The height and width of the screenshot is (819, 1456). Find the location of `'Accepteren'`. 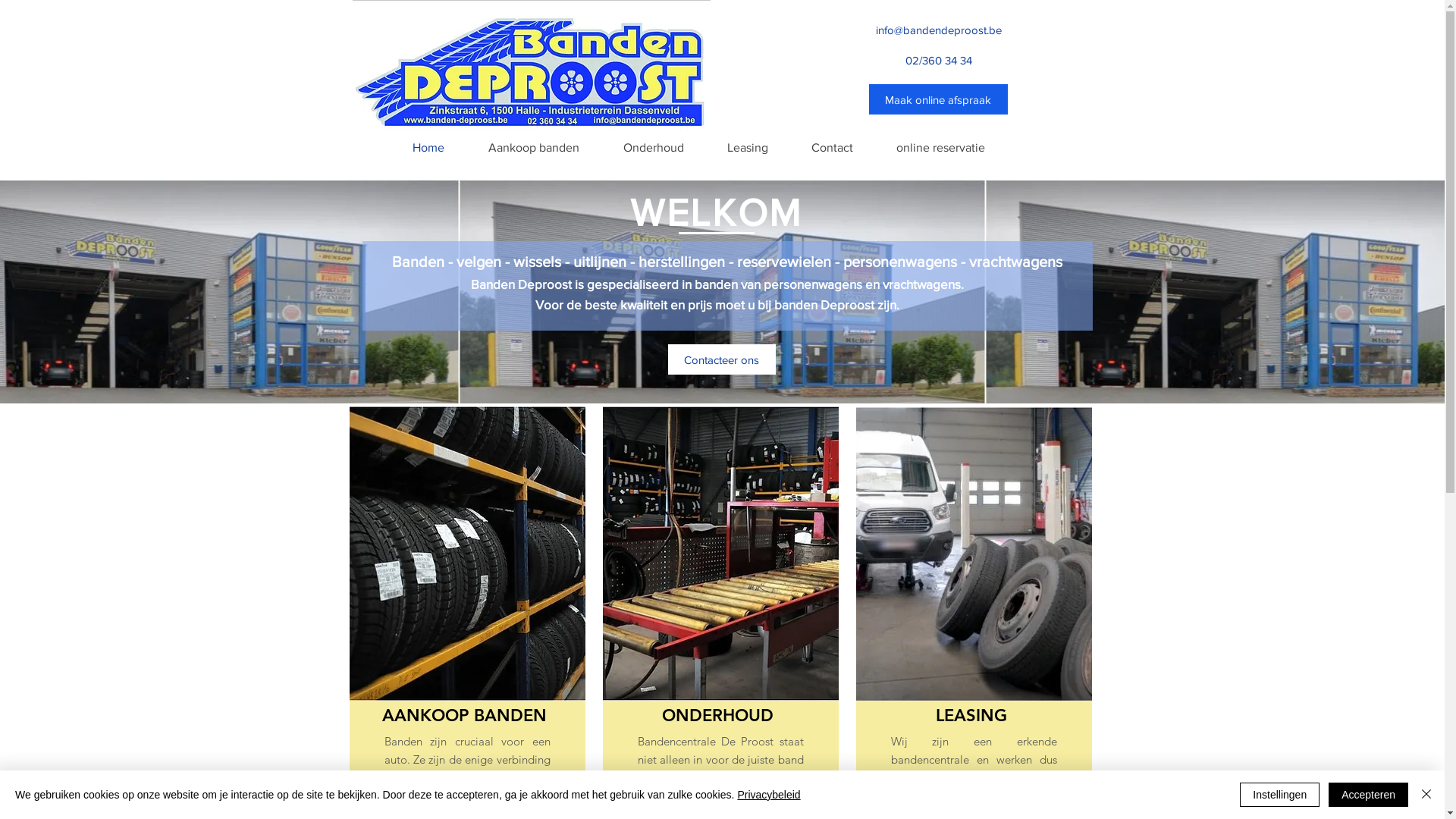

'Accepteren' is located at coordinates (1328, 794).